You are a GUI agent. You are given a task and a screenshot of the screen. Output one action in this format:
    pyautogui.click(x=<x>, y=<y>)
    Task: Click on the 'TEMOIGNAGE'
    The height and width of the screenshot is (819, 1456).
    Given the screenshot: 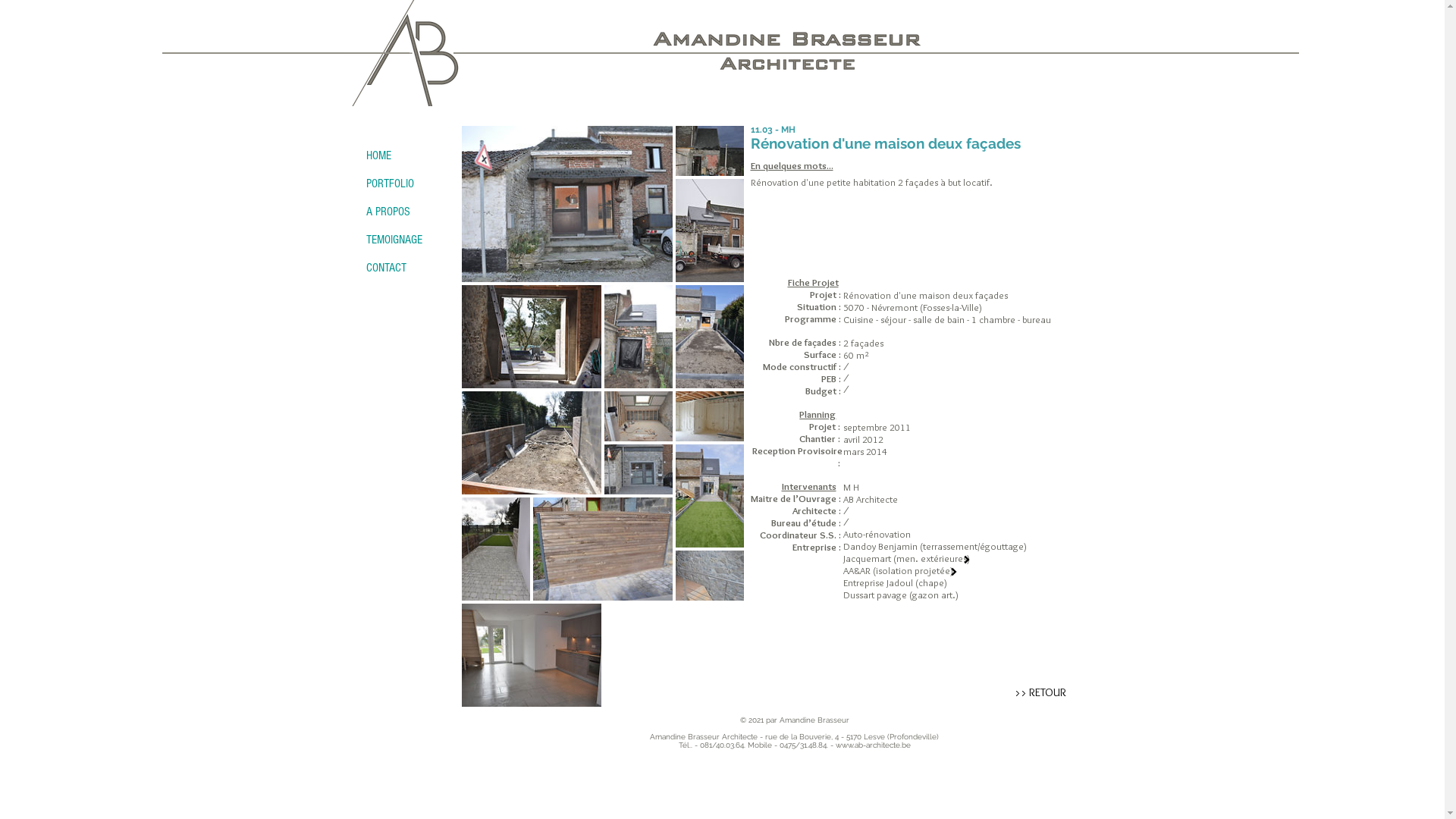 What is the action you would take?
    pyautogui.click(x=407, y=239)
    